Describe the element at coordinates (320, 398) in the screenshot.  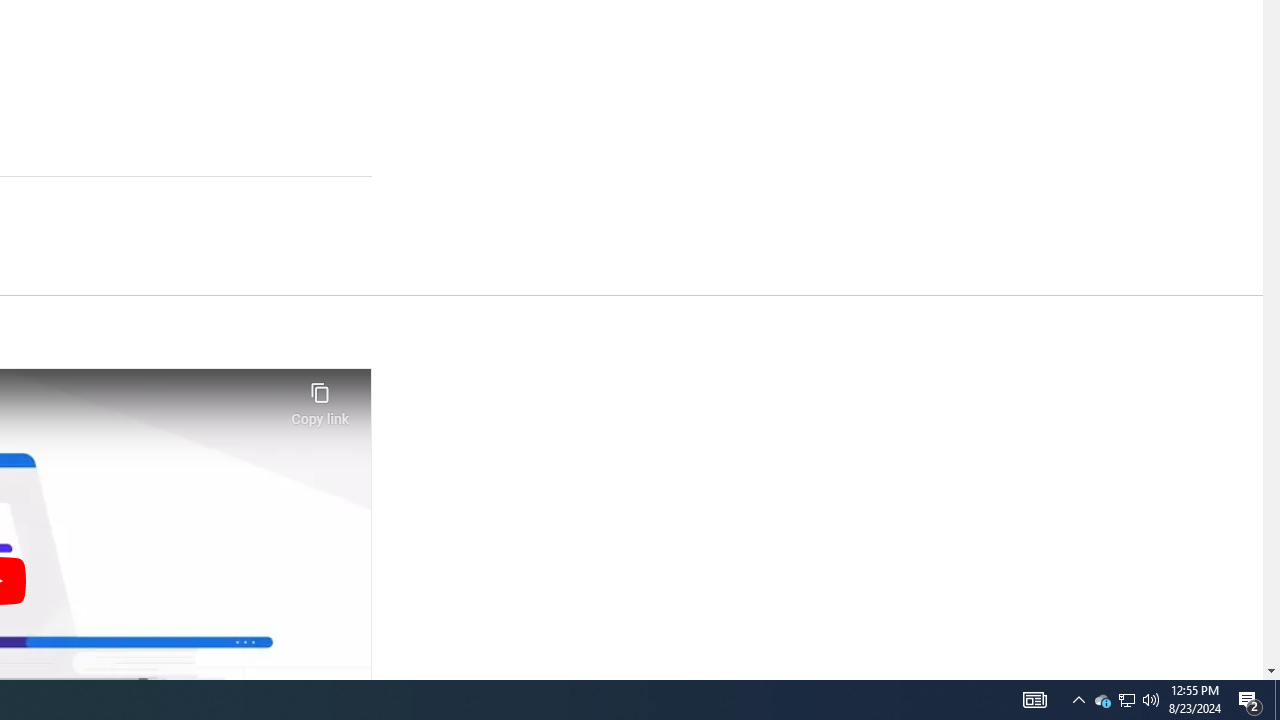
I see `'Copy link'` at that location.